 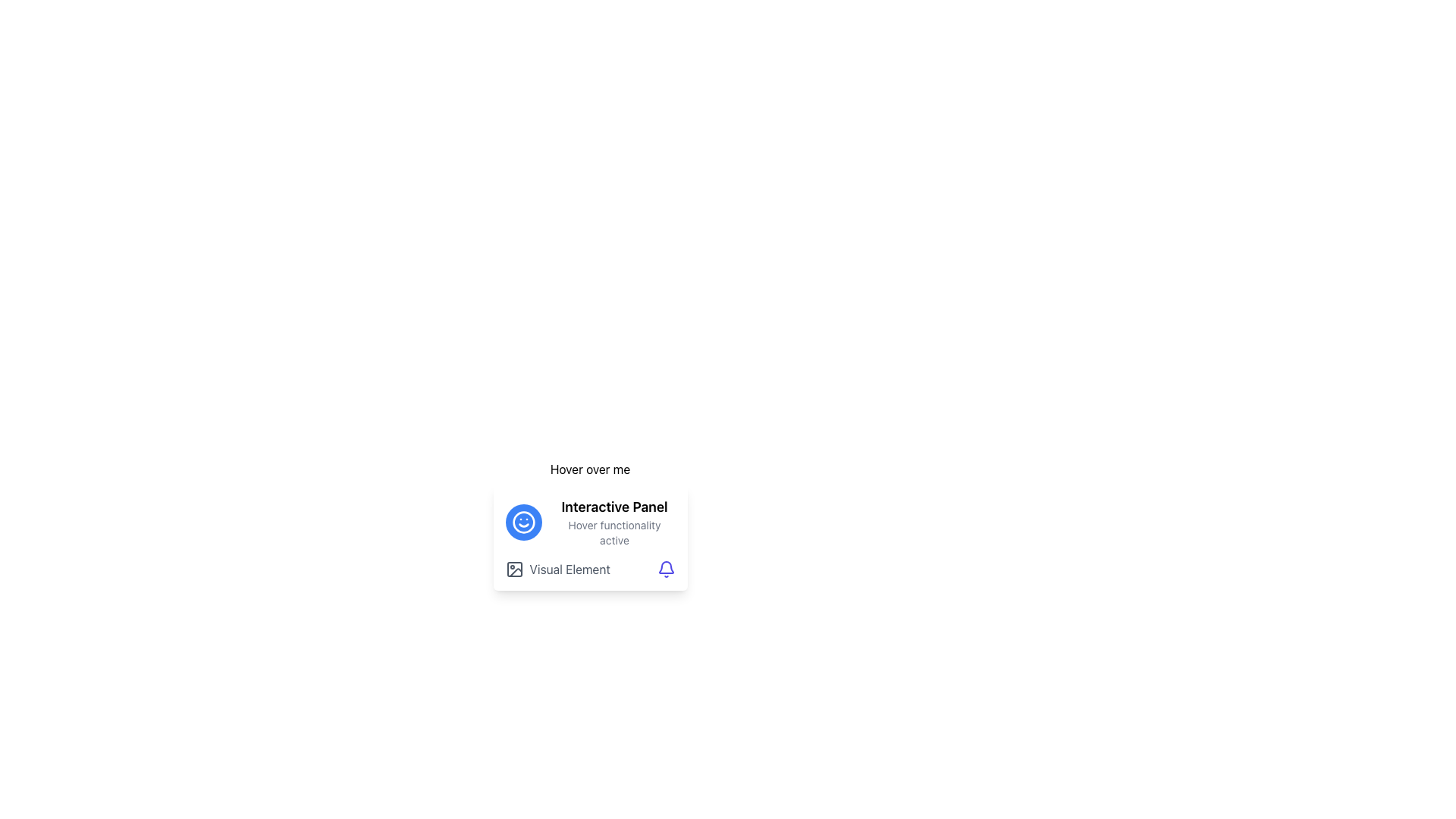 What do you see at coordinates (614, 532) in the screenshot?
I see `the Static Text Label displaying 'Hover functionality active' located below the title 'Interactive Panel'` at bounding box center [614, 532].